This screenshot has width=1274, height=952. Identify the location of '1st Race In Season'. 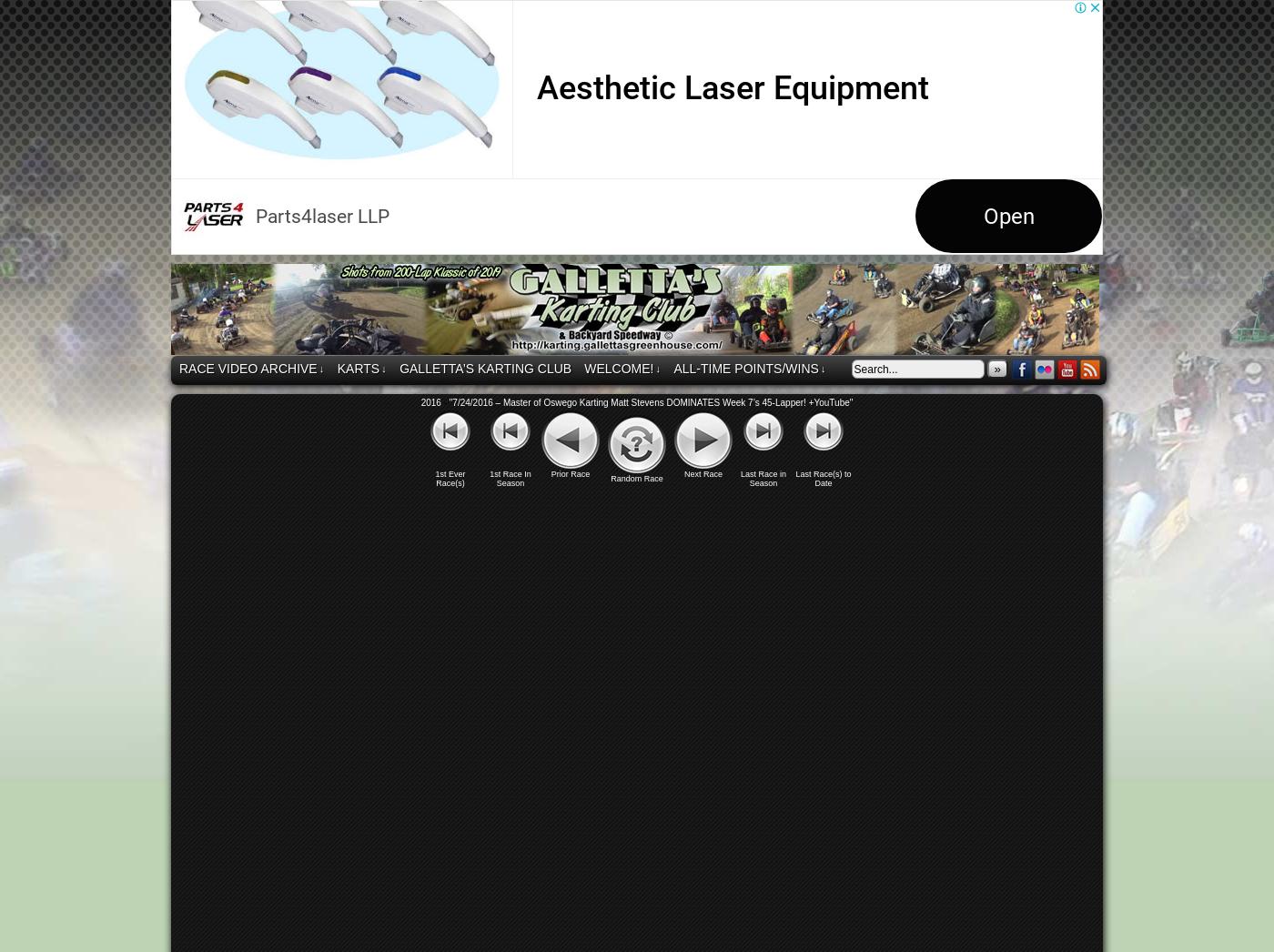
(510, 478).